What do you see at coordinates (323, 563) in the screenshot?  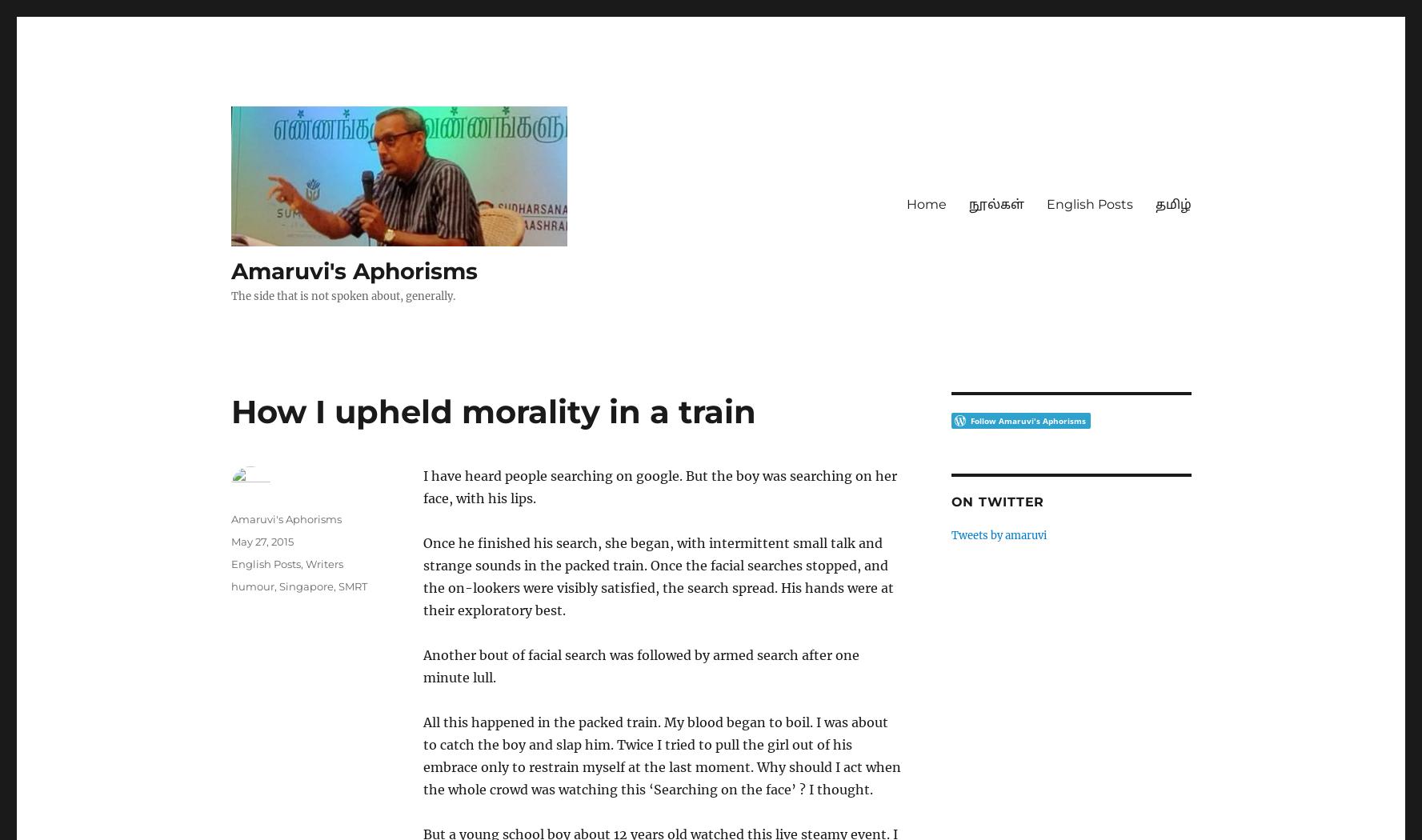 I see `'Writers'` at bounding box center [323, 563].